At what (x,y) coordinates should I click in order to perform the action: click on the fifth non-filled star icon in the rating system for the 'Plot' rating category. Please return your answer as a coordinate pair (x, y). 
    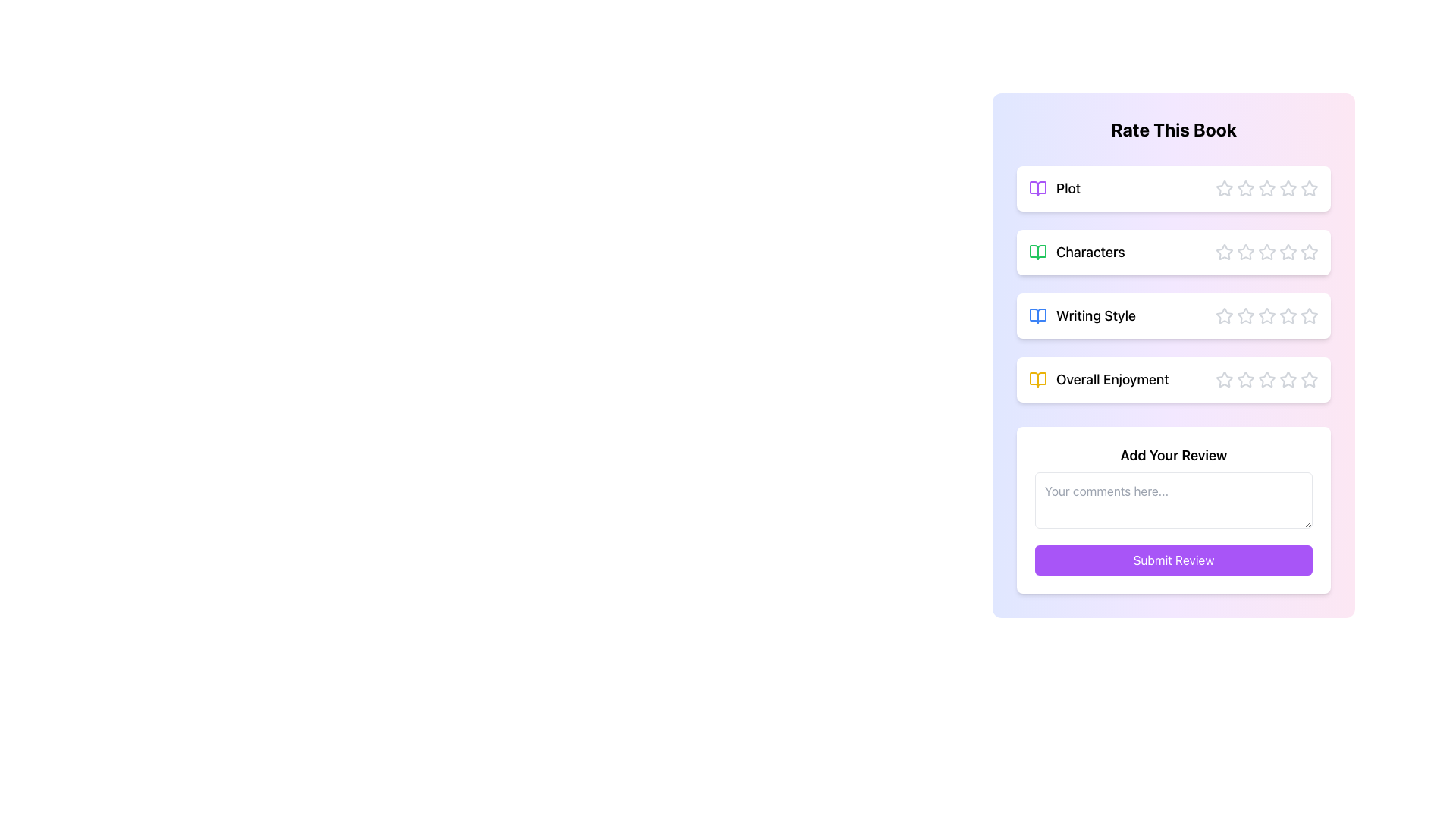
    Looking at the image, I should click on (1309, 188).